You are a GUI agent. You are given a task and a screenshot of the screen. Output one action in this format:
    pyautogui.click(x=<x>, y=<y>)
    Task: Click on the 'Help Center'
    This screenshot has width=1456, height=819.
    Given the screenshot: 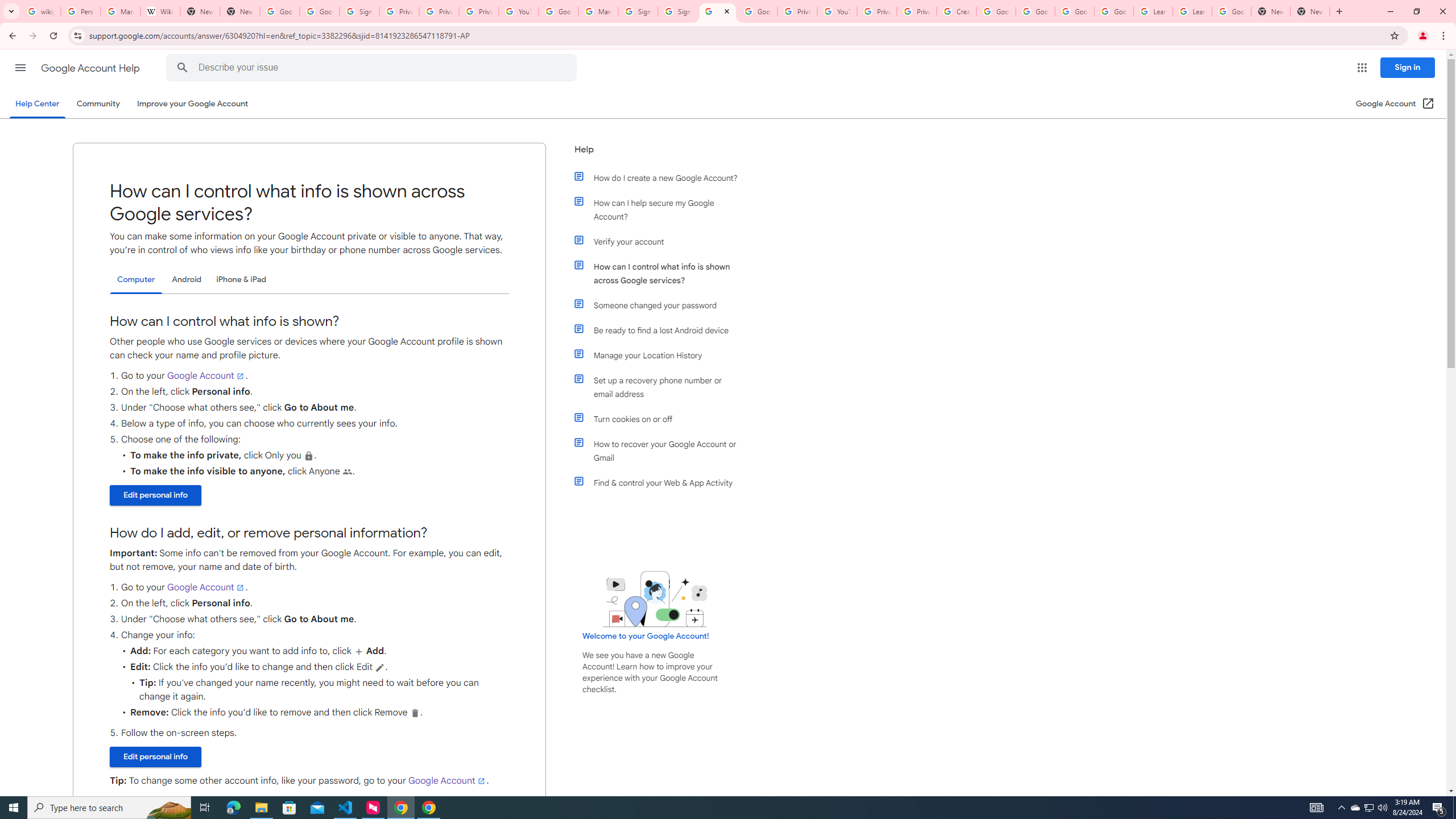 What is the action you would take?
    pyautogui.click(x=37, y=103)
    